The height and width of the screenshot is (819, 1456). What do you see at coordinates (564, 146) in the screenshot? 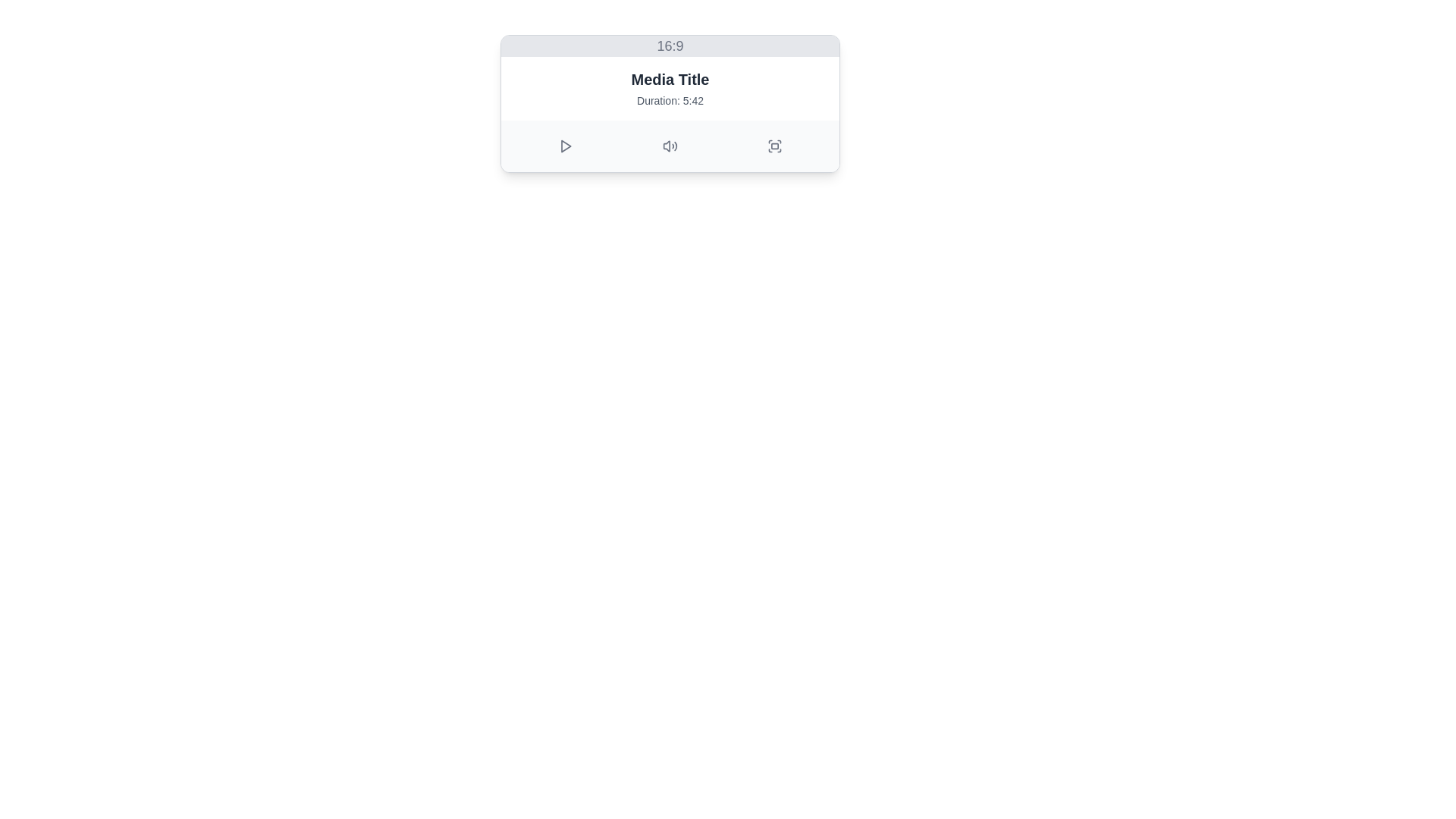
I see `the triangular play icon button located on the left side of the horizontal media control interface` at bounding box center [564, 146].